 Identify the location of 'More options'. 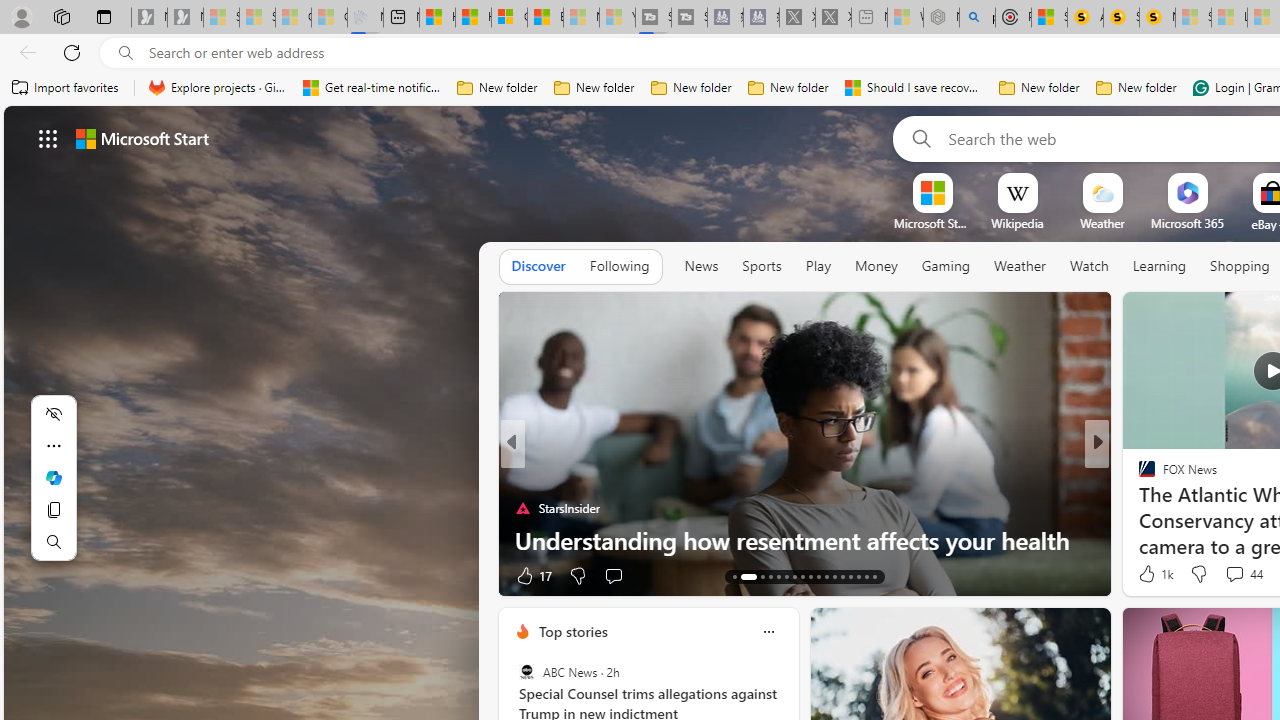
(767, 631).